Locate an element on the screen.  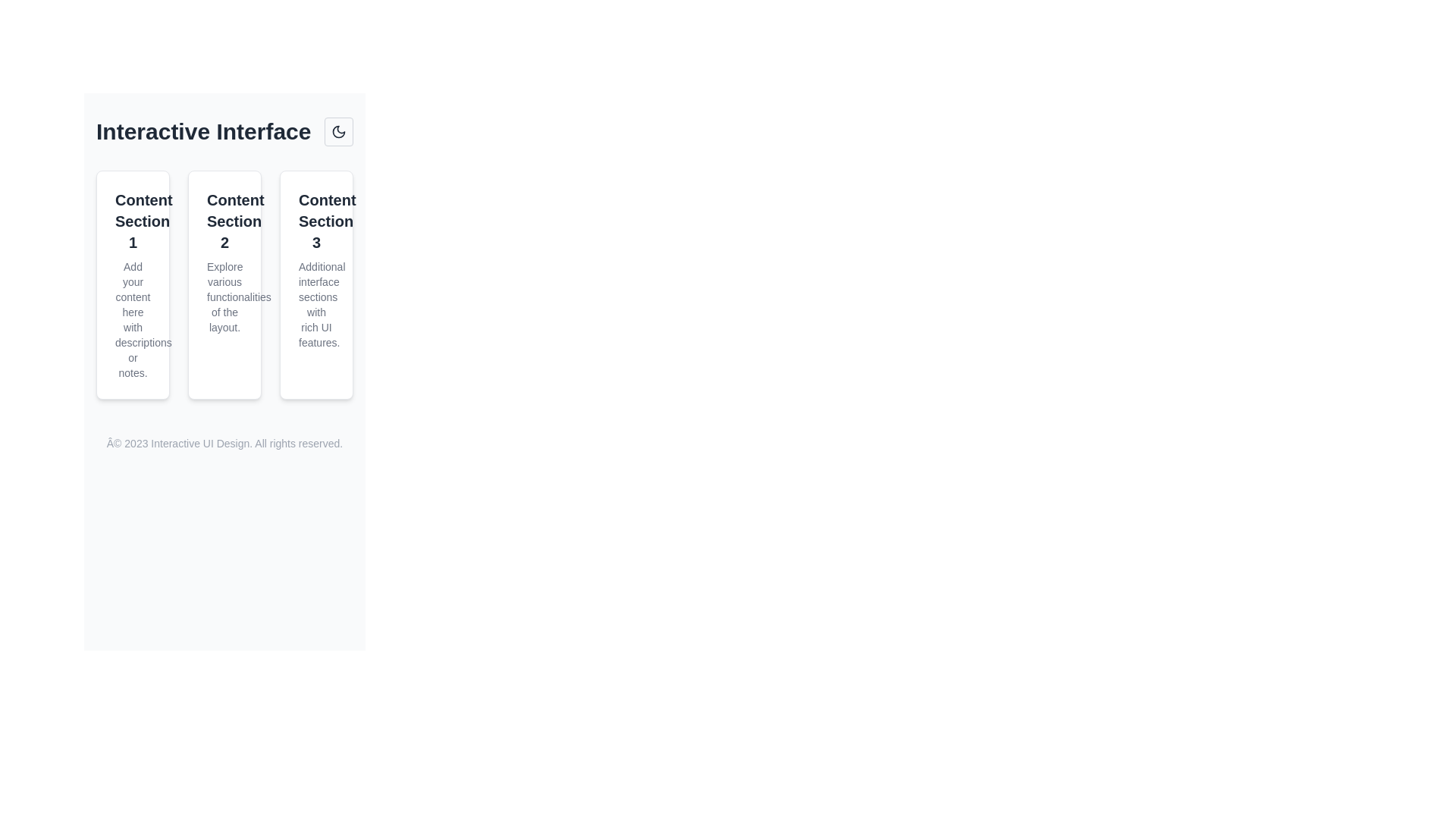
the text label displaying 'Interactive Interface', which is bold, large, and positioned at the top of the interface, aligned to the left is located at coordinates (202, 130).